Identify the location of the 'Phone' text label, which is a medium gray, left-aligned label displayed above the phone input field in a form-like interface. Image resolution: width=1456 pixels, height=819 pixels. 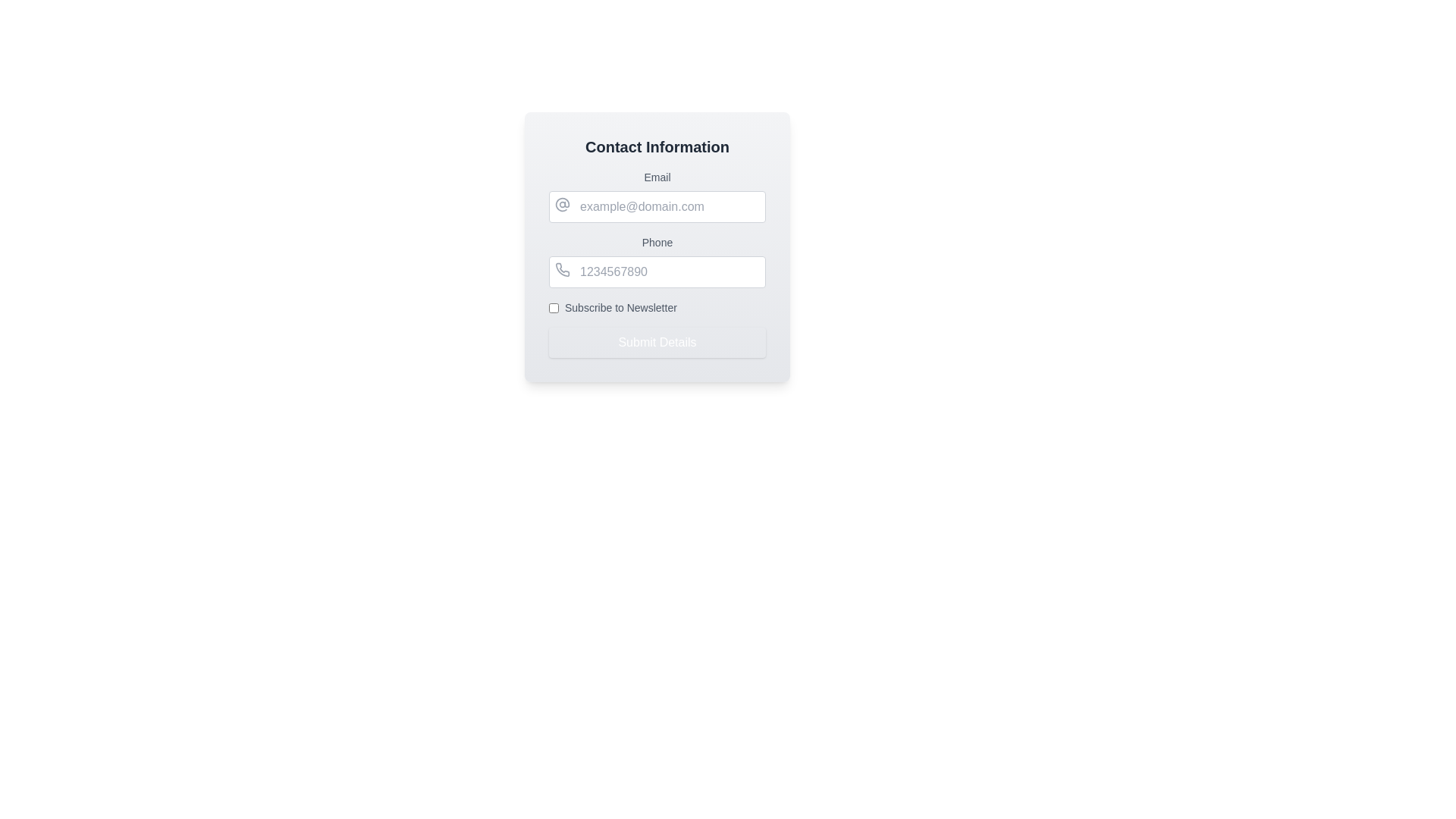
(657, 242).